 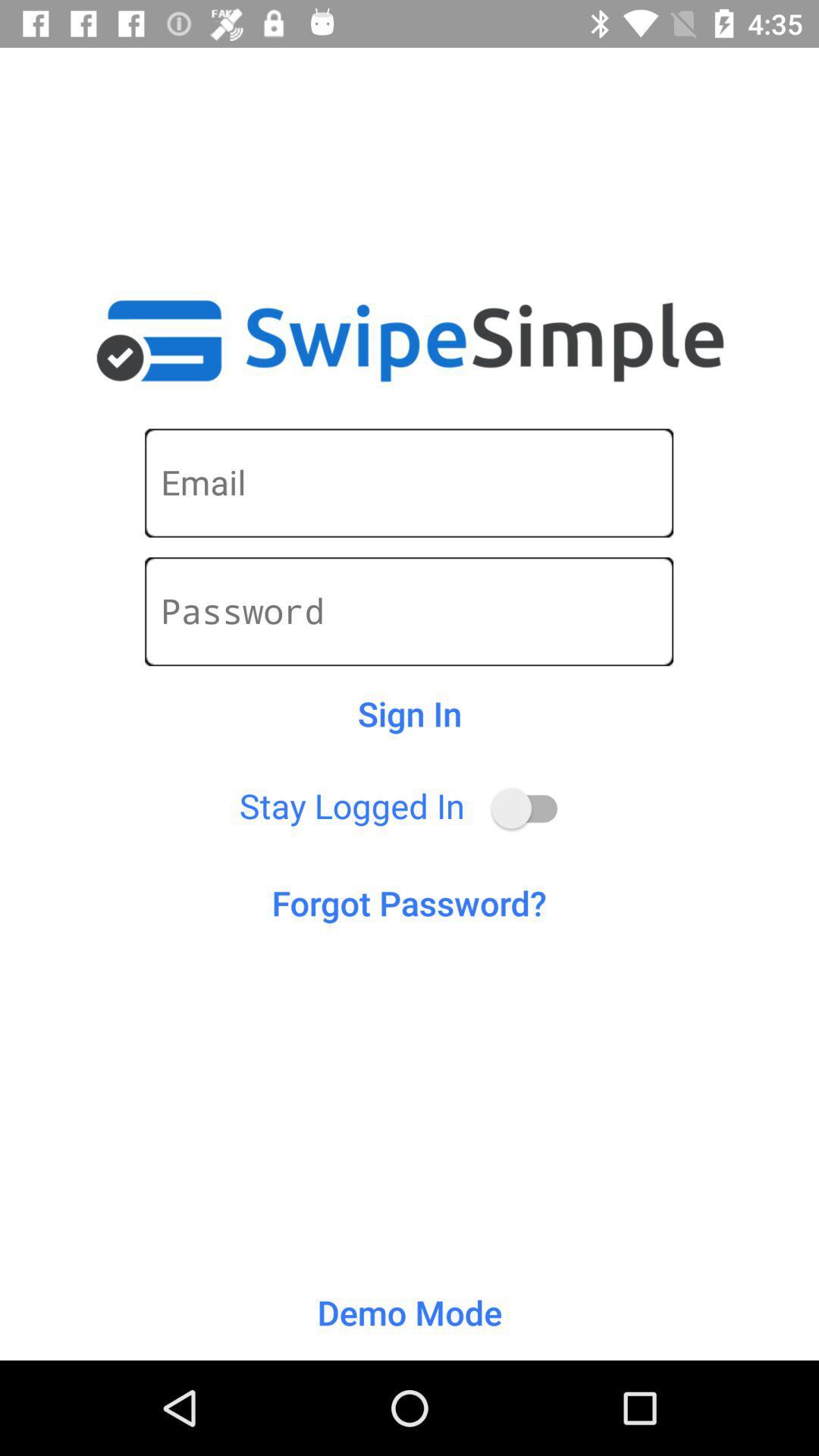 What do you see at coordinates (409, 1312) in the screenshot?
I see `icon below the forgot password? icon` at bounding box center [409, 1312].